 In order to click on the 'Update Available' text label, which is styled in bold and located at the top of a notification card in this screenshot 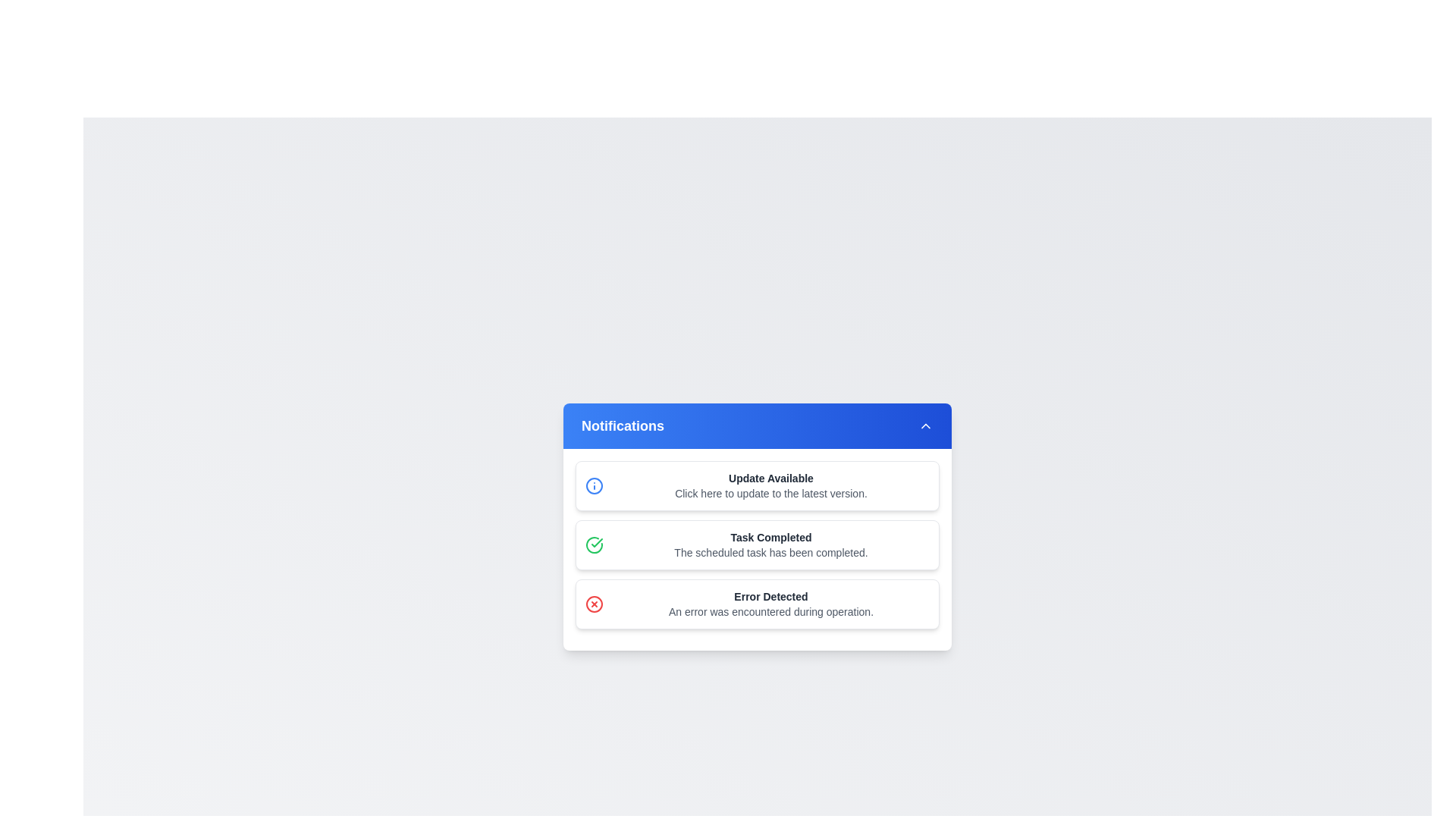, I will do `click(771, 479)`.